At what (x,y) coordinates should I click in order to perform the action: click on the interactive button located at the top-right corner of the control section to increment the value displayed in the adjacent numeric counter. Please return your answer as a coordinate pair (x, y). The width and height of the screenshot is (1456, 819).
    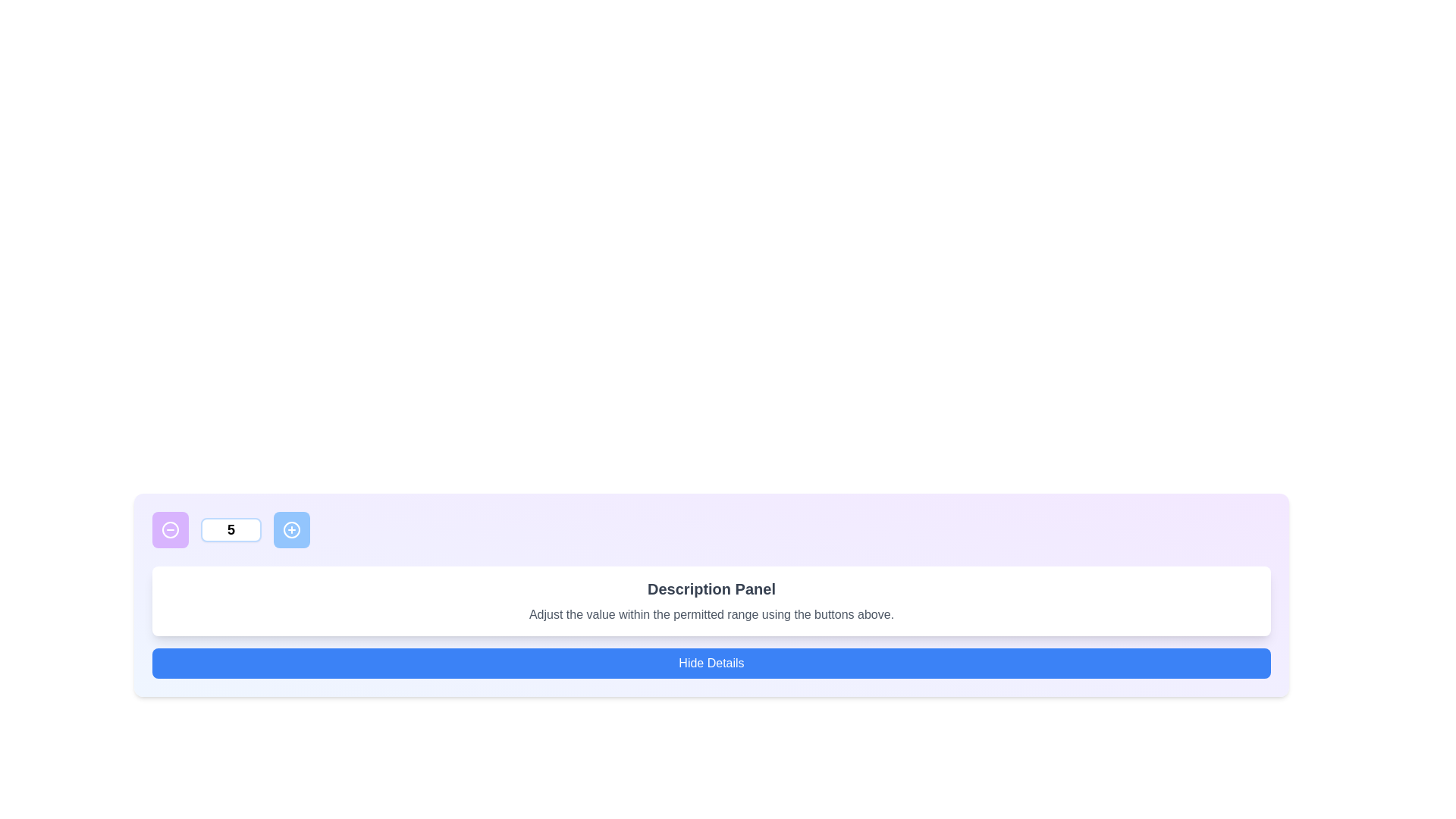
    Looking at the image, I should click on (291, 529).